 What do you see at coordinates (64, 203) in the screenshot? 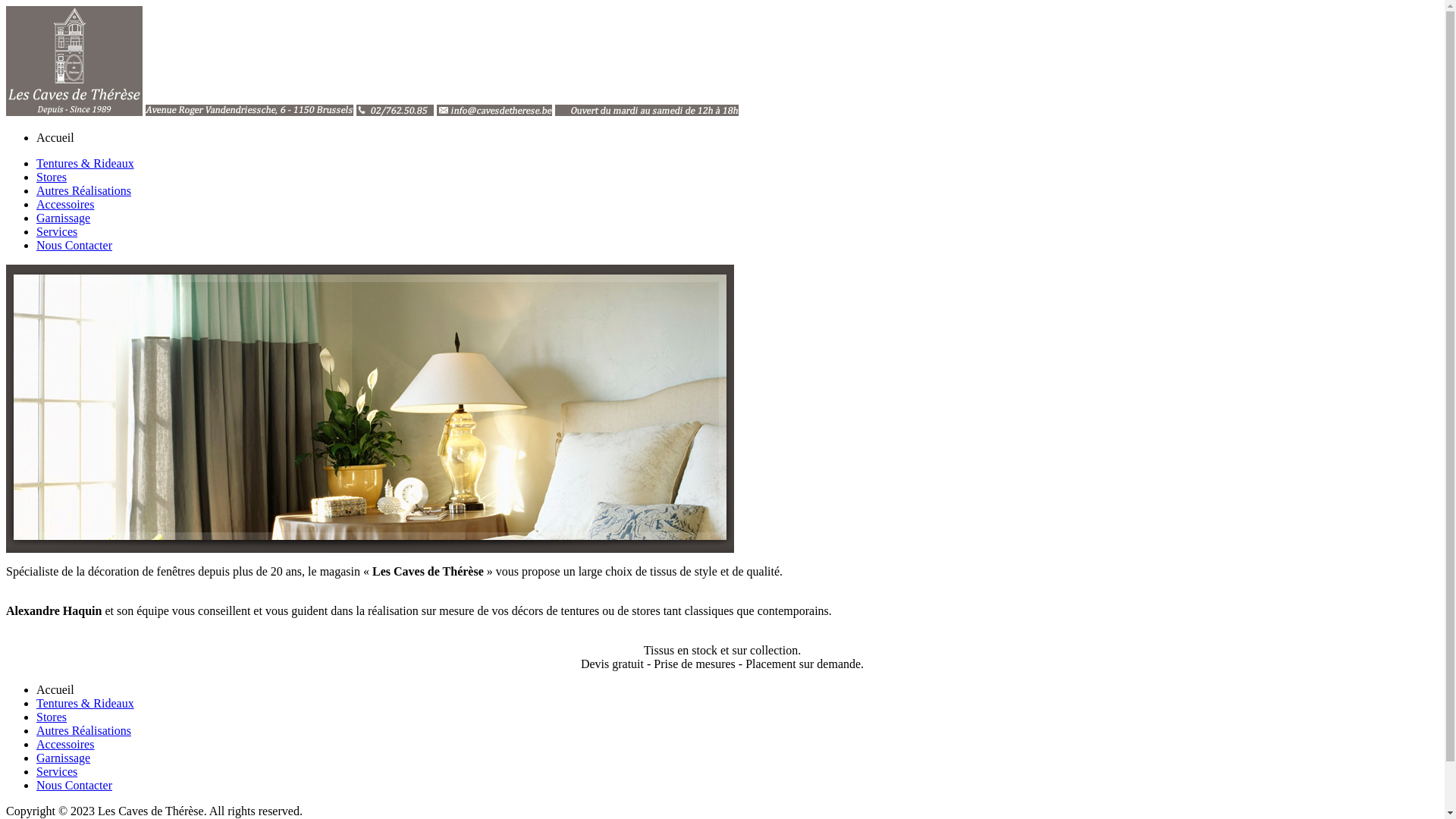
I see `'Accessoires'` at bounding box center [64, 203].